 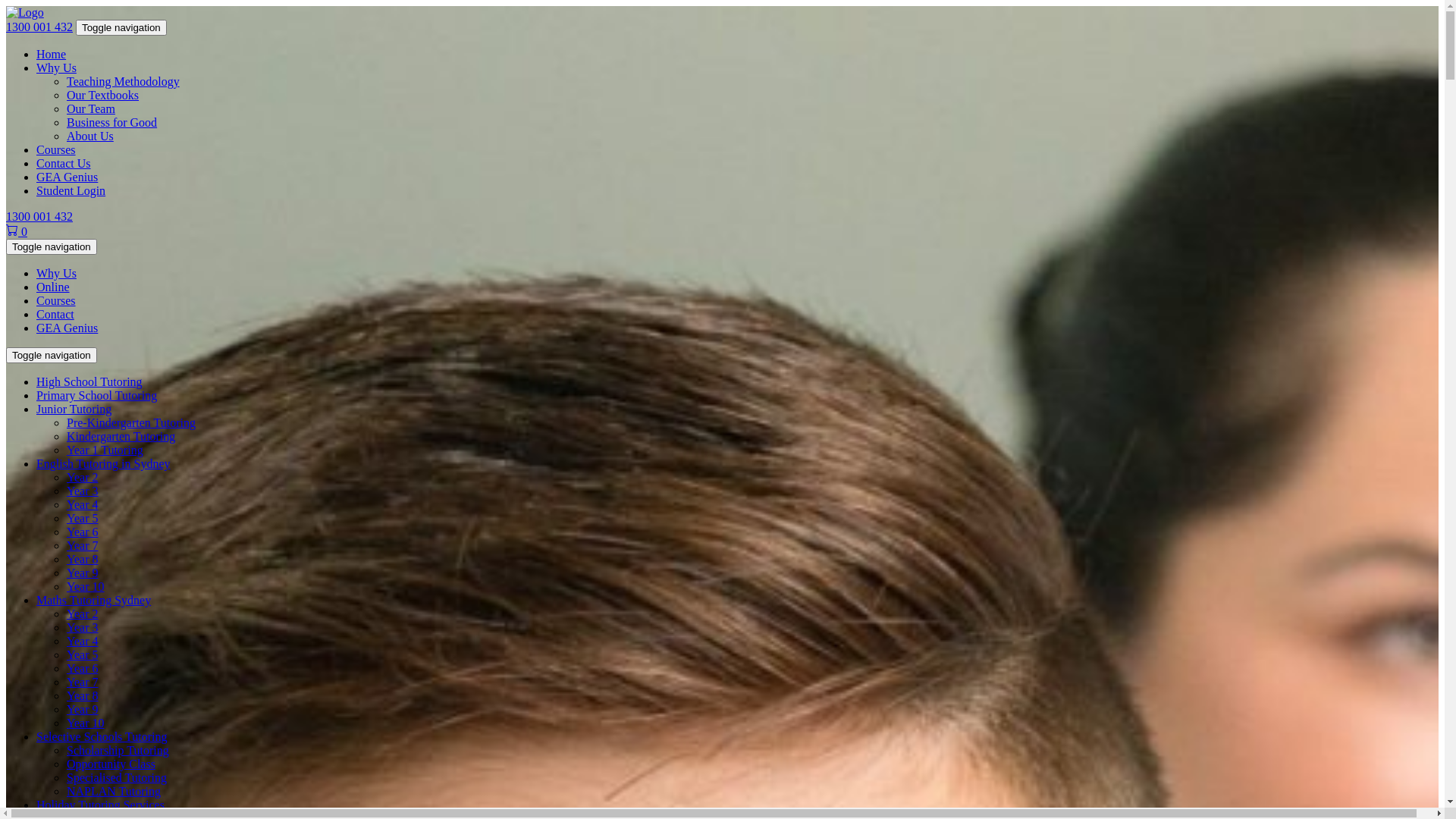 I want to click on 'Student Login', so click(x=70, y=190).